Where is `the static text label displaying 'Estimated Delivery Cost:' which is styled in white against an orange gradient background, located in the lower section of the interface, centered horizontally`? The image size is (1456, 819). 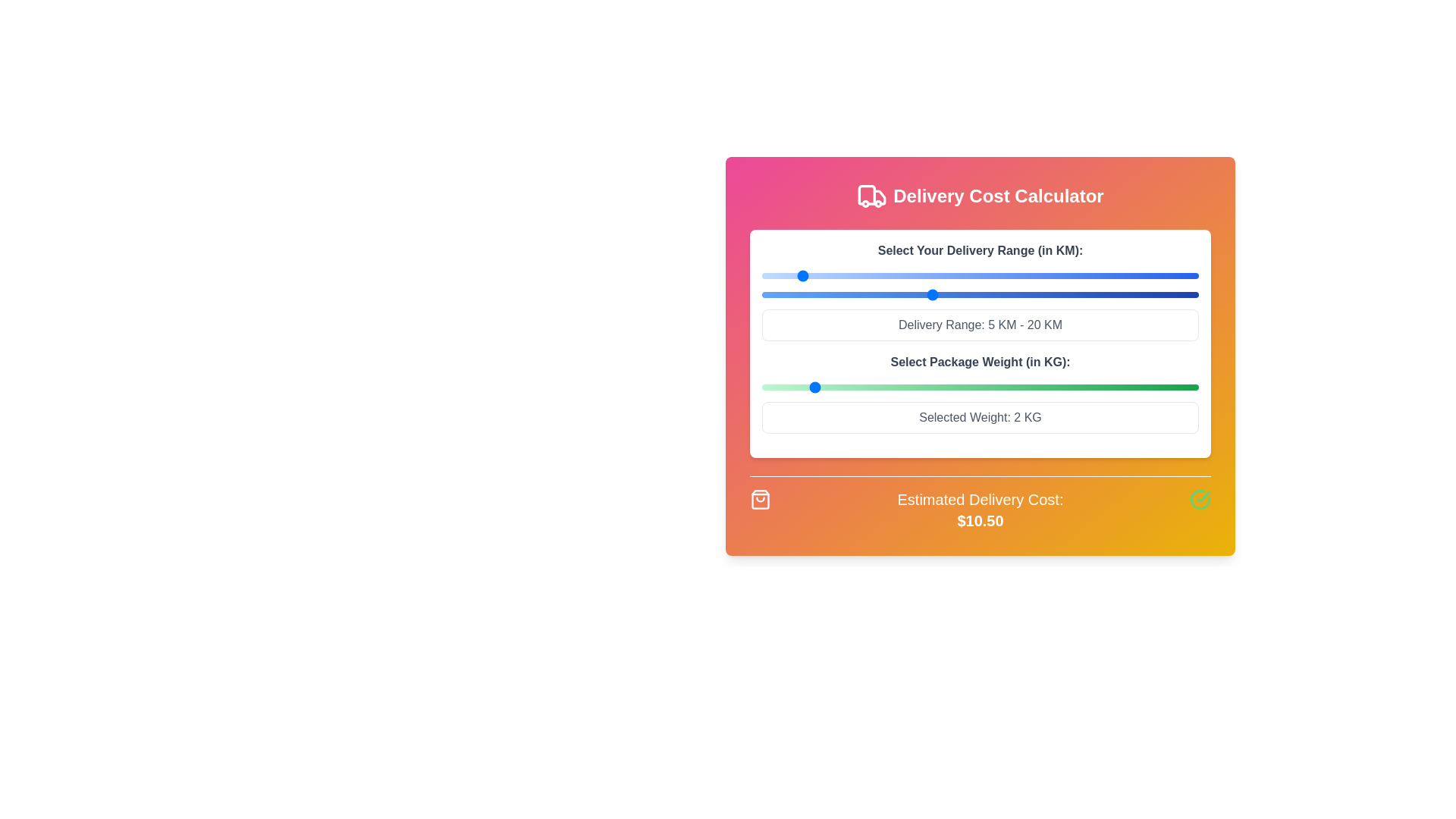
the static text label displaying 'Estimated Delivery Cost:' which is styled in white against an orange gradient background, located in the lower section of the interface, centered horizontally is located at coordinates (980, 500).